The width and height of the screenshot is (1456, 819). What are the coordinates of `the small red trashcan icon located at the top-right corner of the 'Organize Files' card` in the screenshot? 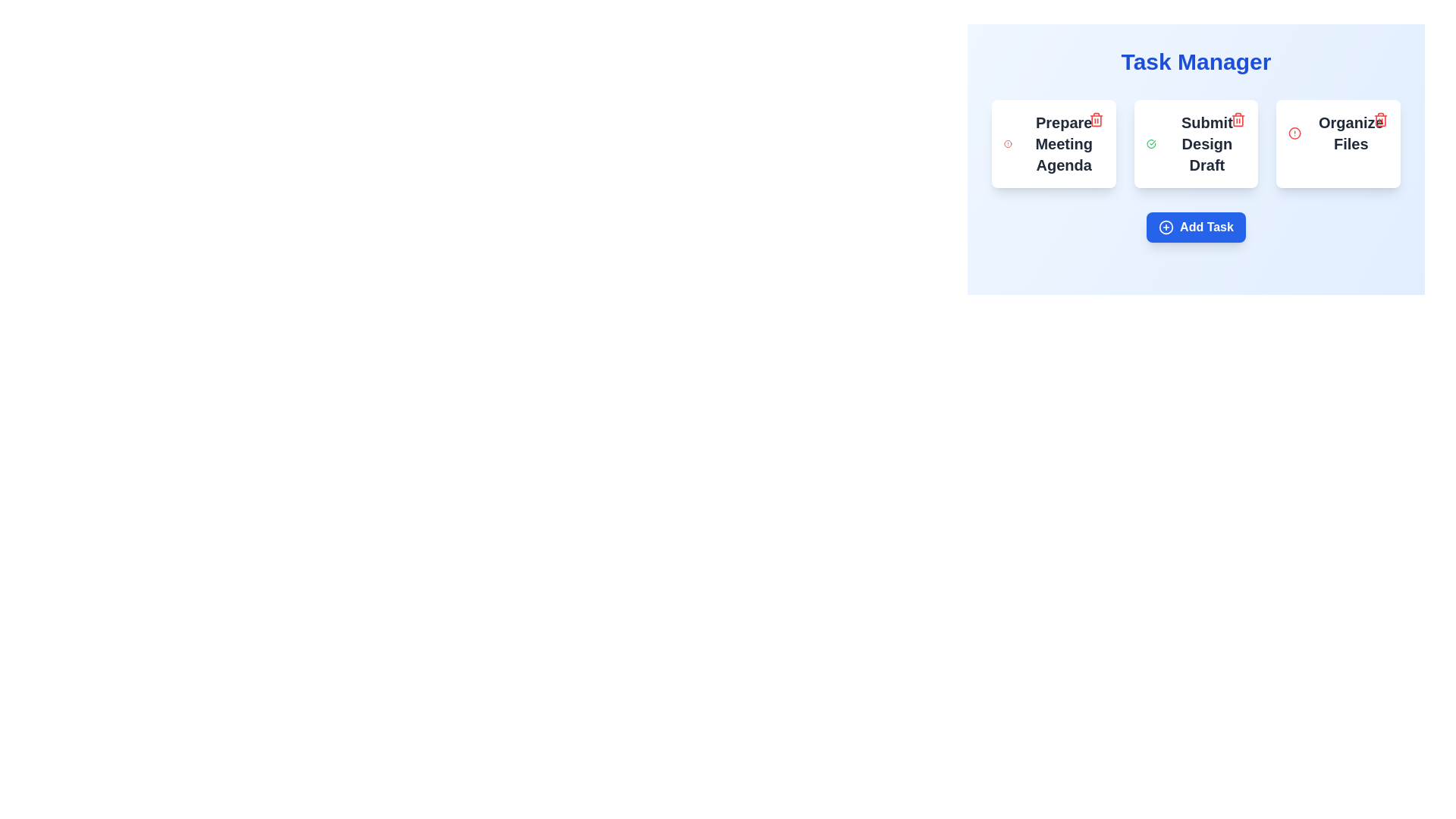 It's located at (1380, 119).